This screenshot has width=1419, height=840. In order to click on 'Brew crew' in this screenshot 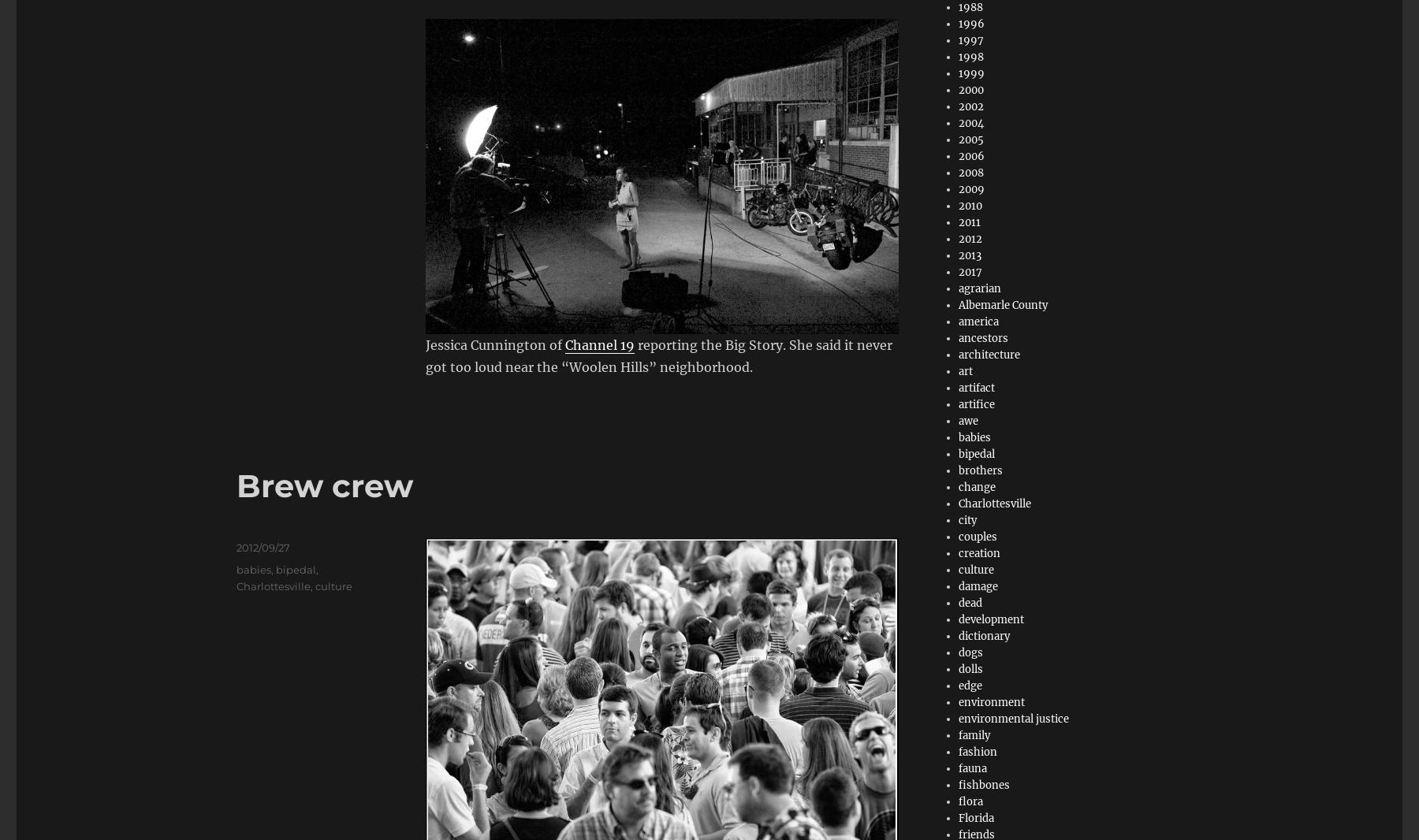, I will do `click(325, 484)`.